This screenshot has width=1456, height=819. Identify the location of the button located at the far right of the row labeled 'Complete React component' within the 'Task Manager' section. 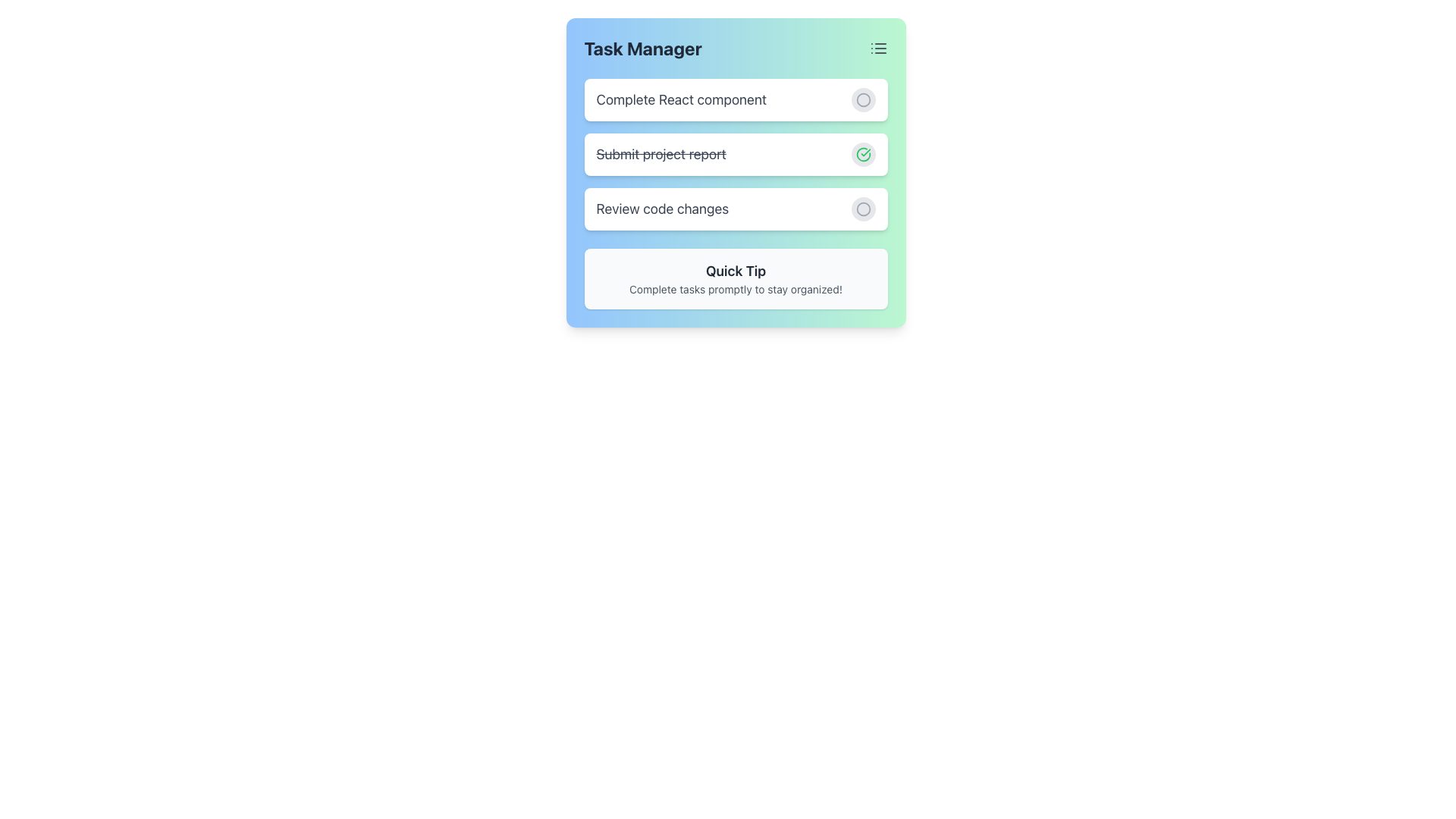
(863, 99).